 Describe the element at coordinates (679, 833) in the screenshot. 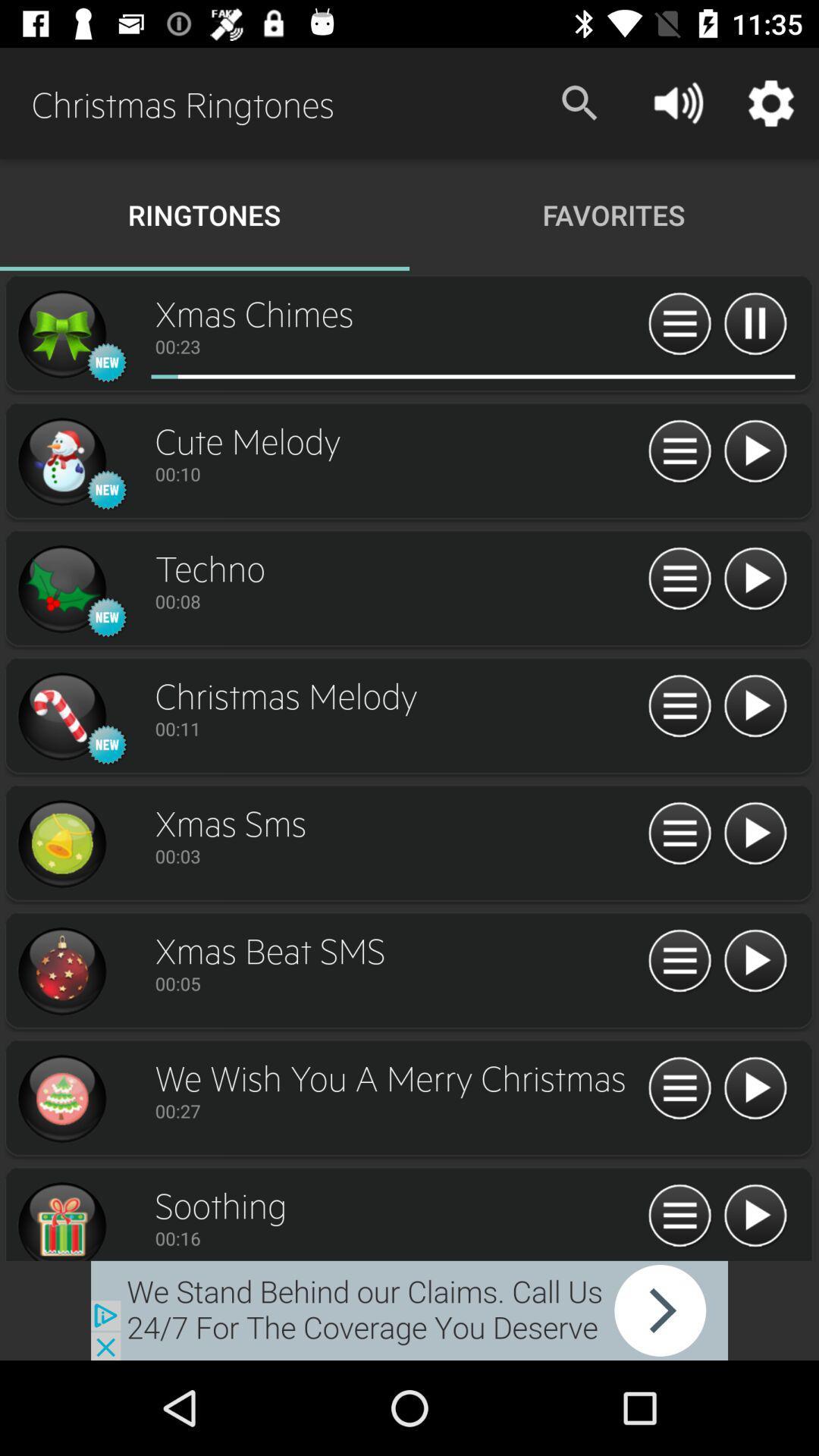

I see `open more information` at that location.